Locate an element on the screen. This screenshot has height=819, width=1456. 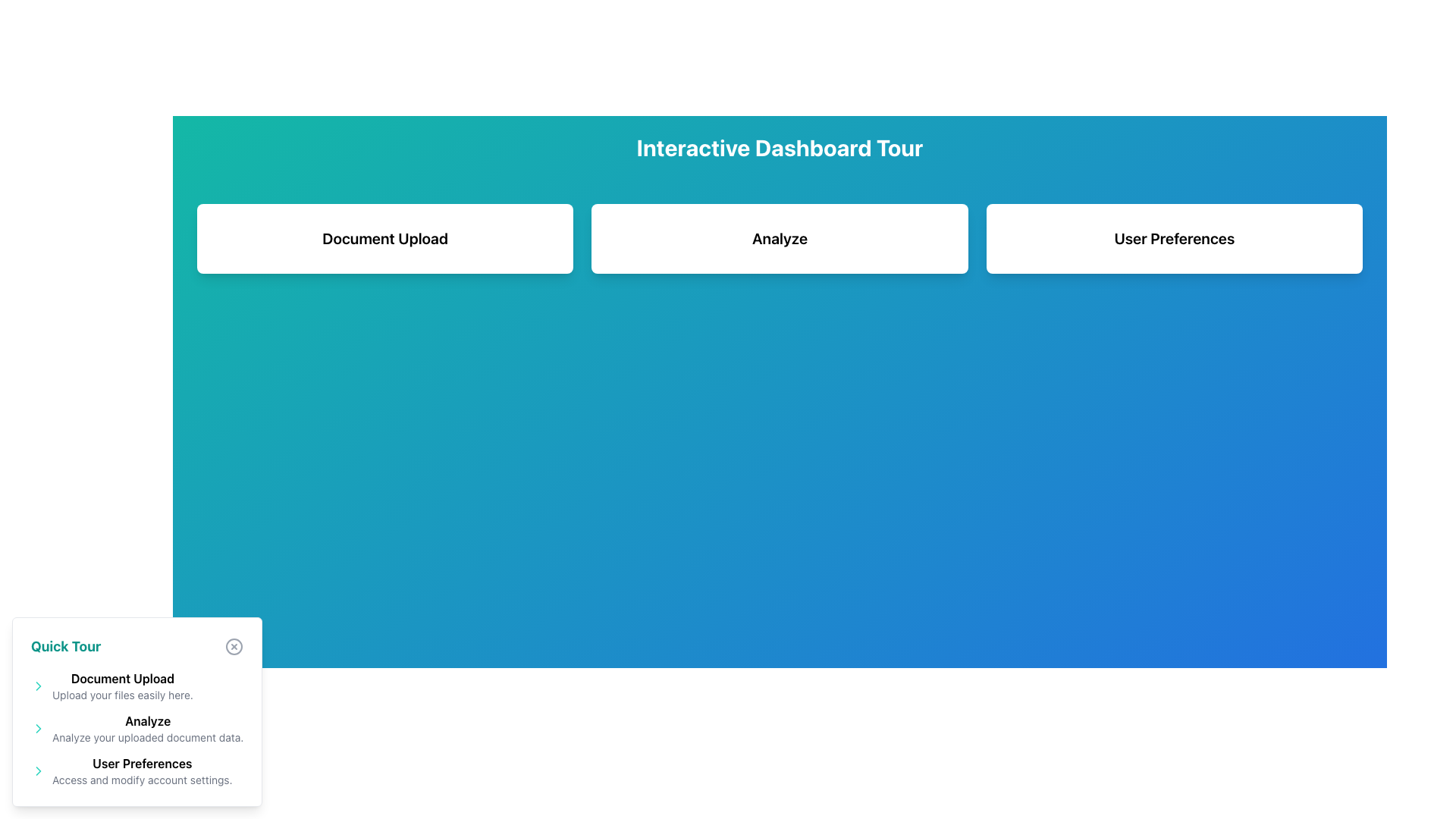
the teal-green arrow icon pointing to the right, located next to the 'Analyze' title in the Quick Tour section is located at coordinates (39, 686).